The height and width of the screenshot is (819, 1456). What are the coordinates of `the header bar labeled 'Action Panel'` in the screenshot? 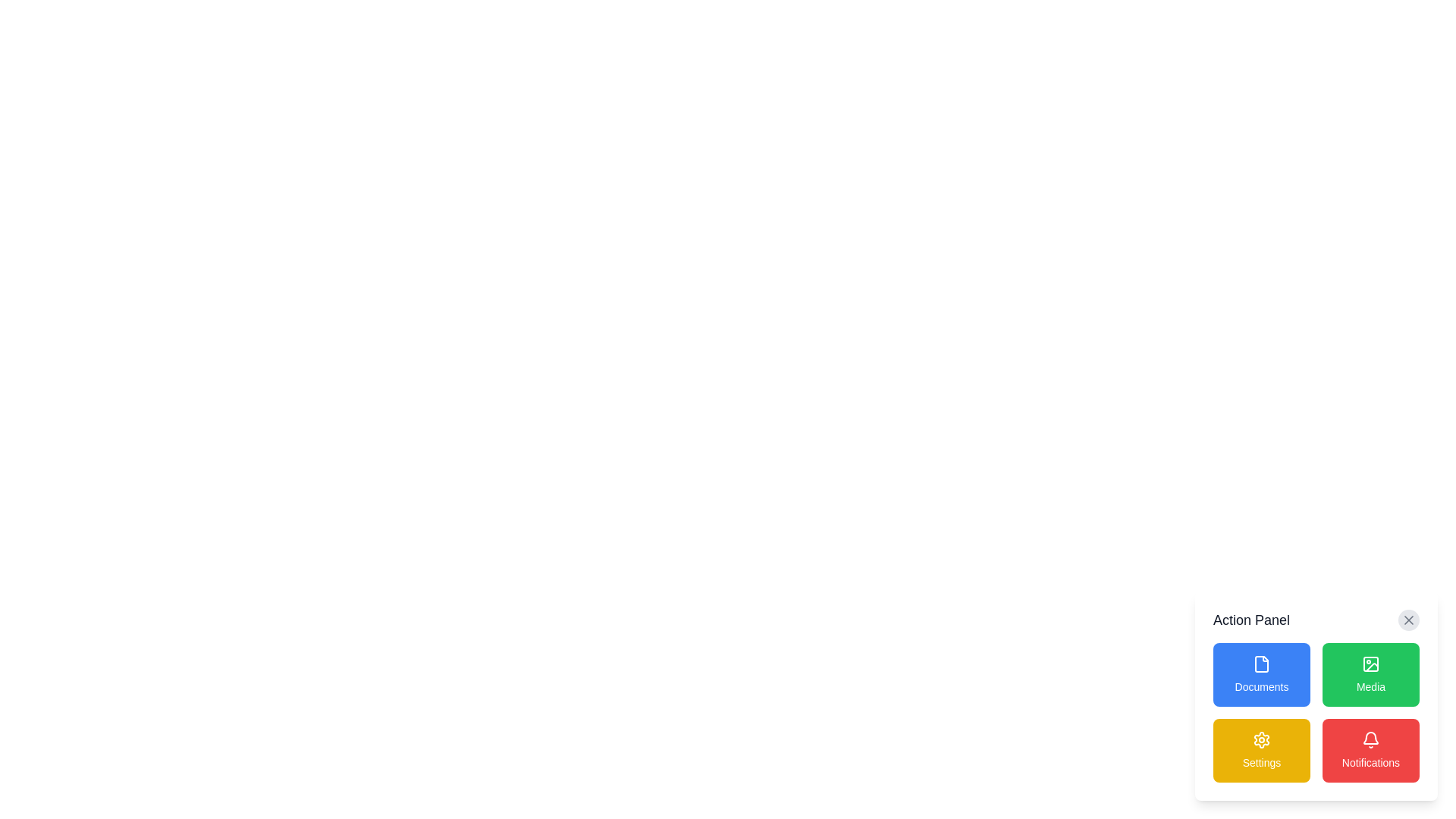 It's located at (1316, 620).